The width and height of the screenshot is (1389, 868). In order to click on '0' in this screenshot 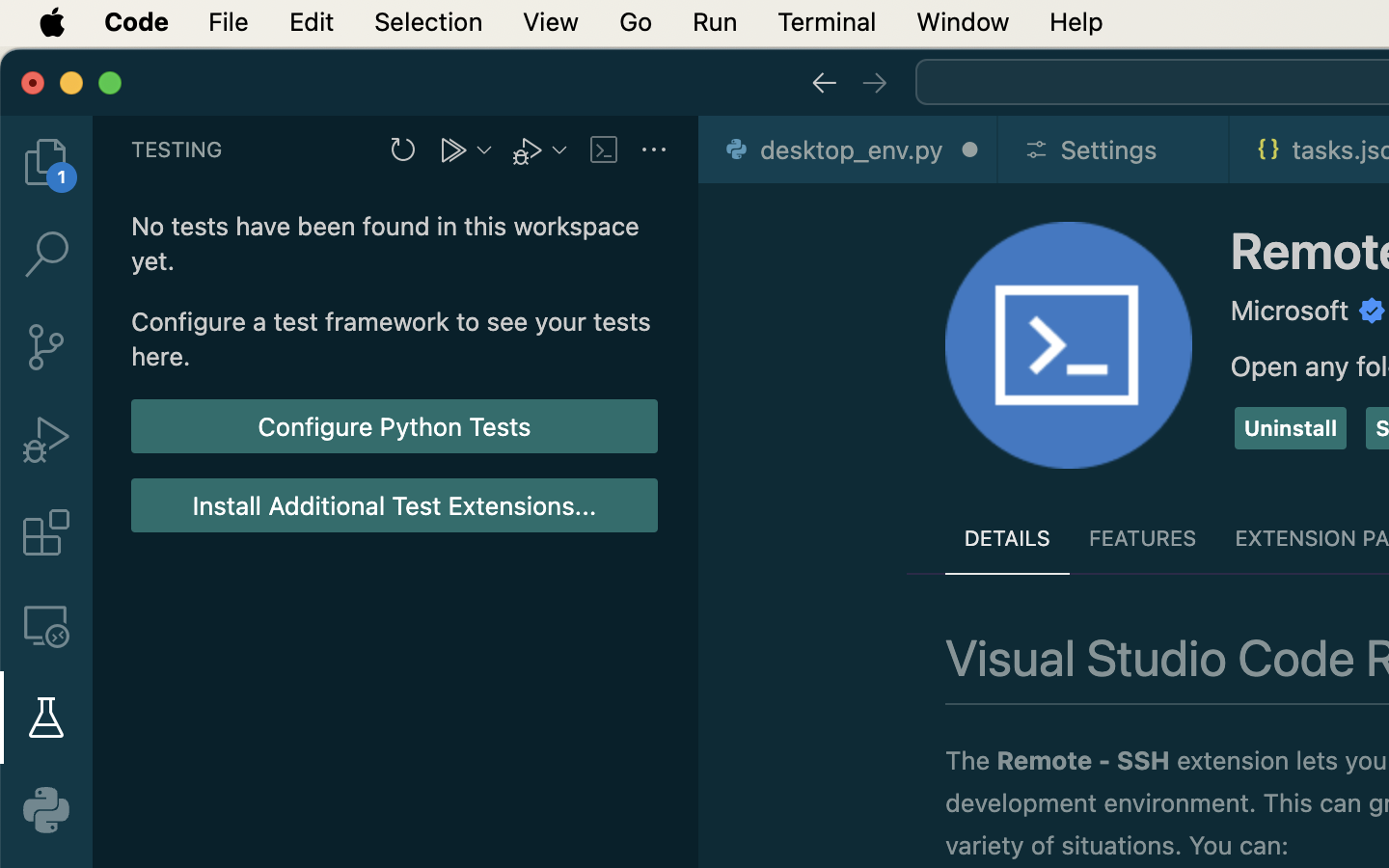, I will do `click(44, 809)`.